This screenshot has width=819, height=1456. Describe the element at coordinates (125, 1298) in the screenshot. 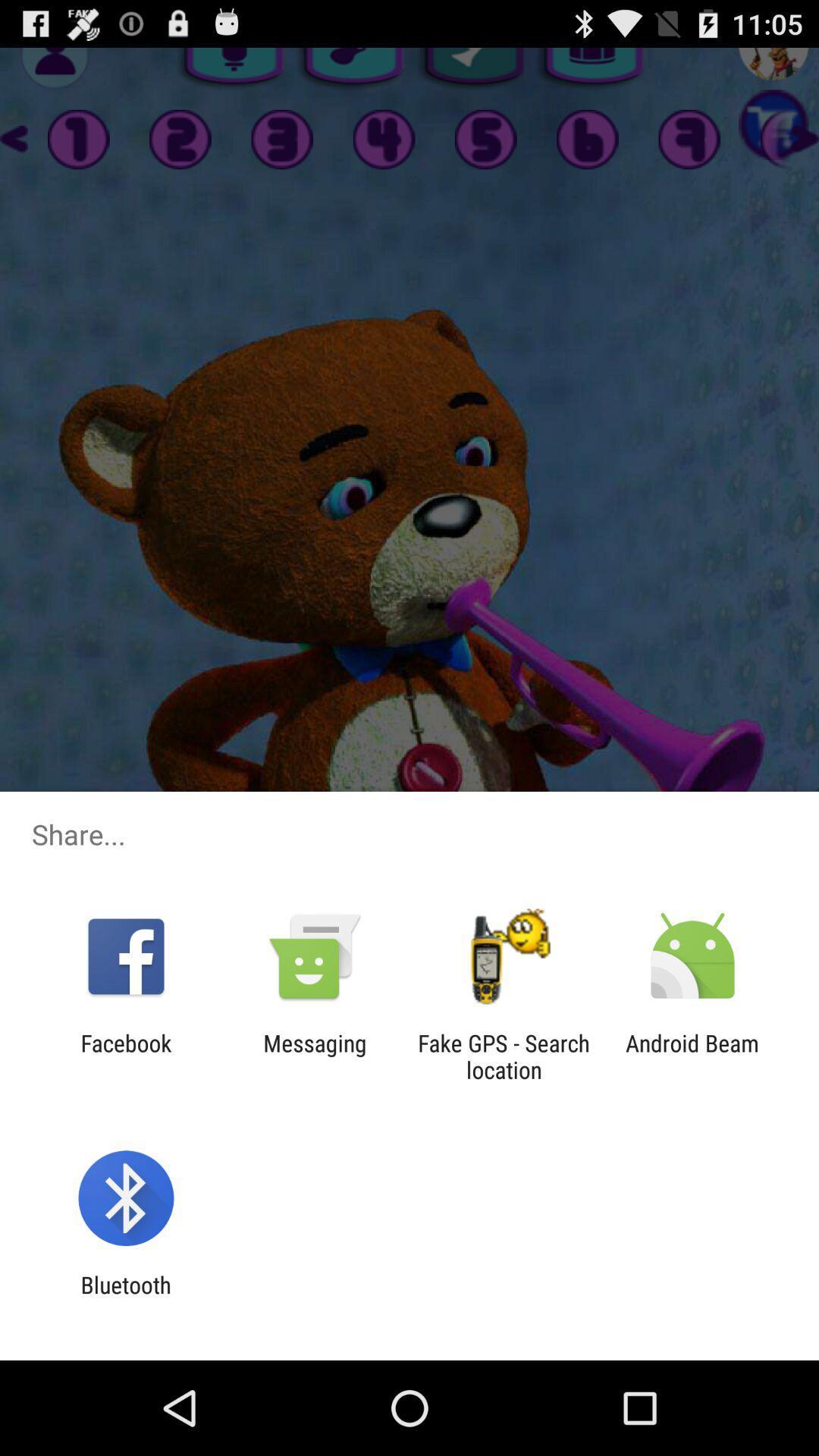

I see `the bluetooth` at that location.